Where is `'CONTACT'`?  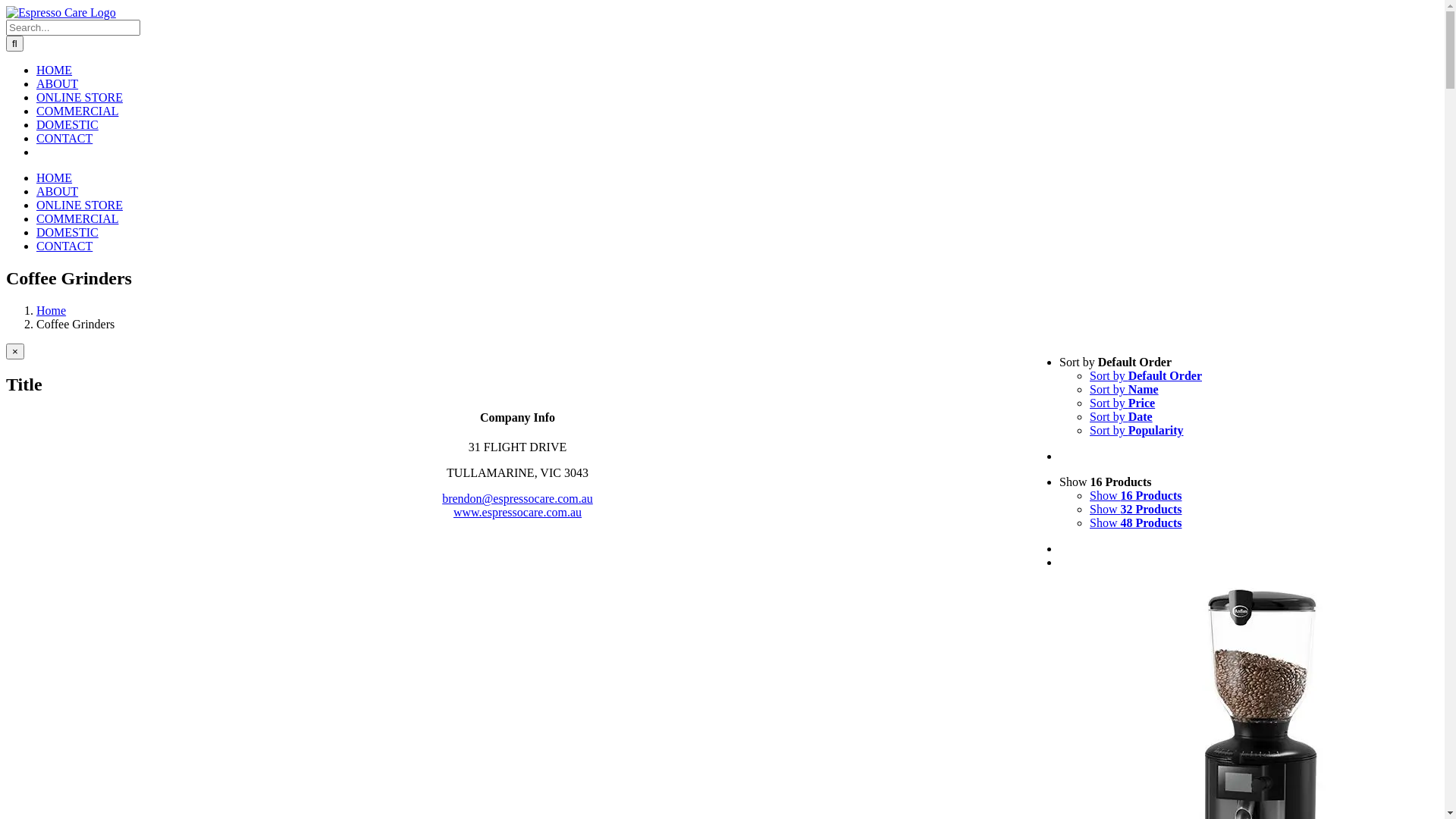 'CONTACT' is located at coordinates (36, 138).